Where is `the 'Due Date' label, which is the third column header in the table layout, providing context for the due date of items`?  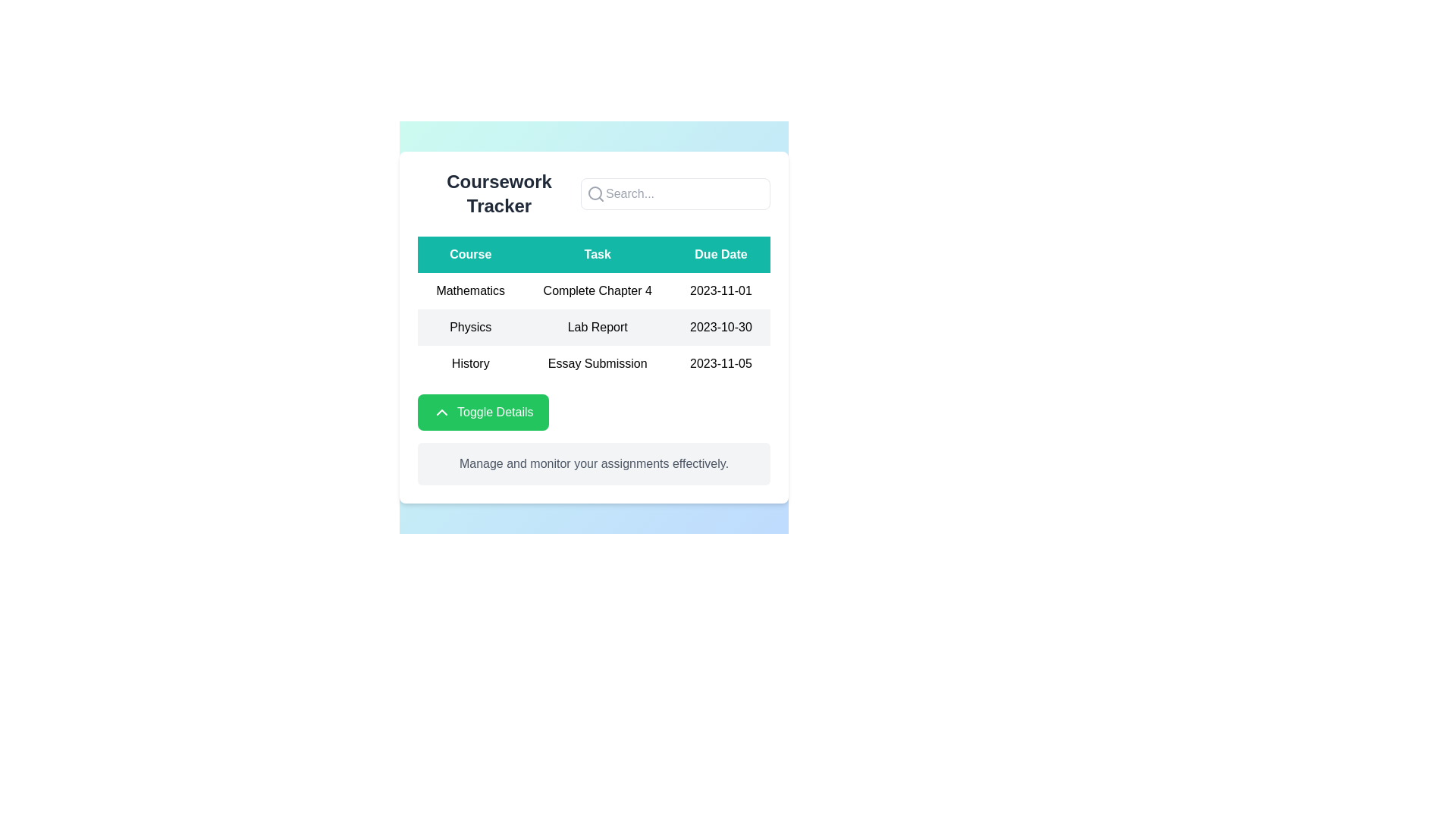 the 'Due Date' label, which is the third column header in the table layout, providing context for the due date of items is located at coordinates (720, 253).